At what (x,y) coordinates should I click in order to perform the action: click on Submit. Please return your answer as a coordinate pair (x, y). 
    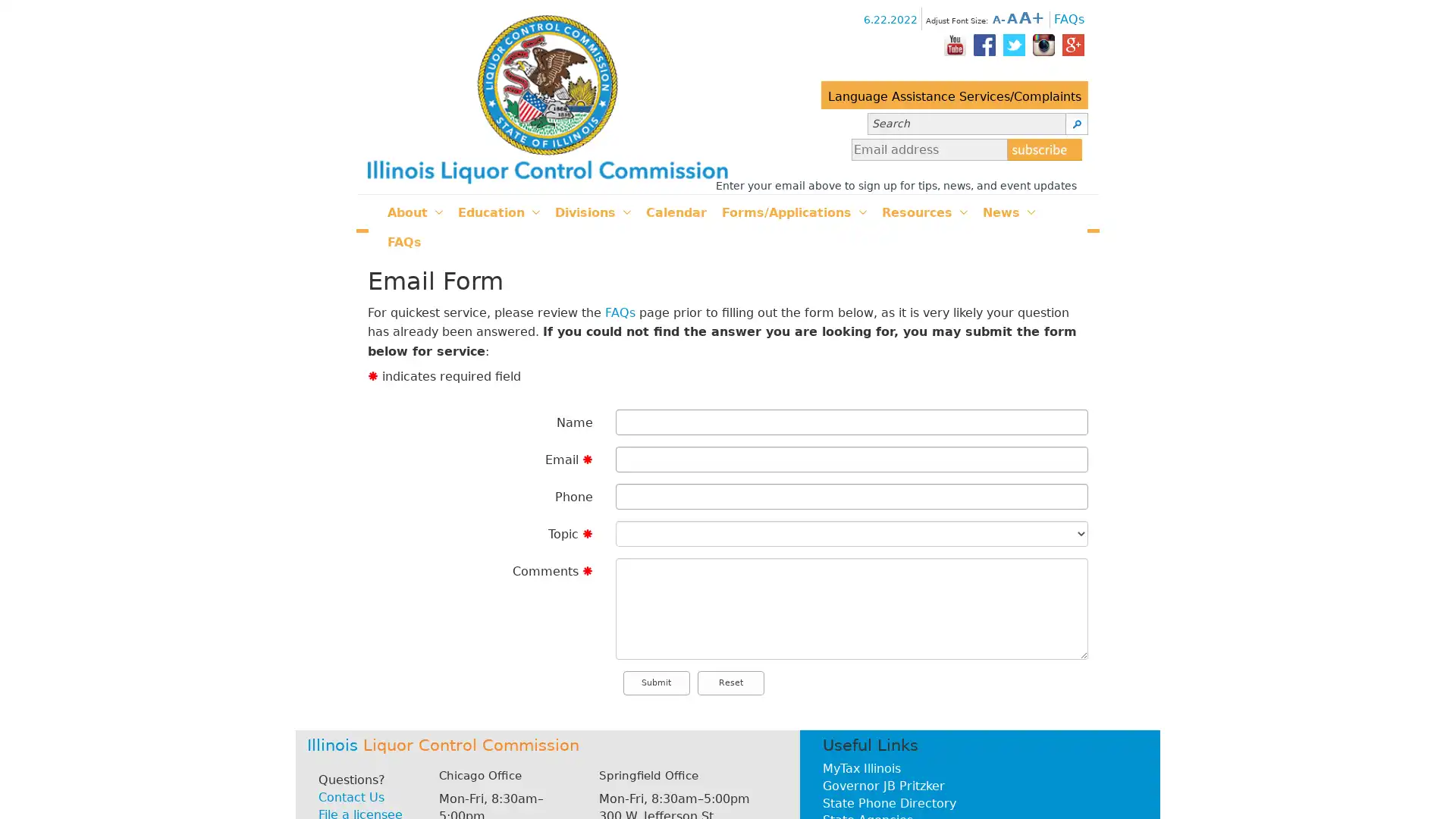
    Looking at the image, I should click on (655, 682).